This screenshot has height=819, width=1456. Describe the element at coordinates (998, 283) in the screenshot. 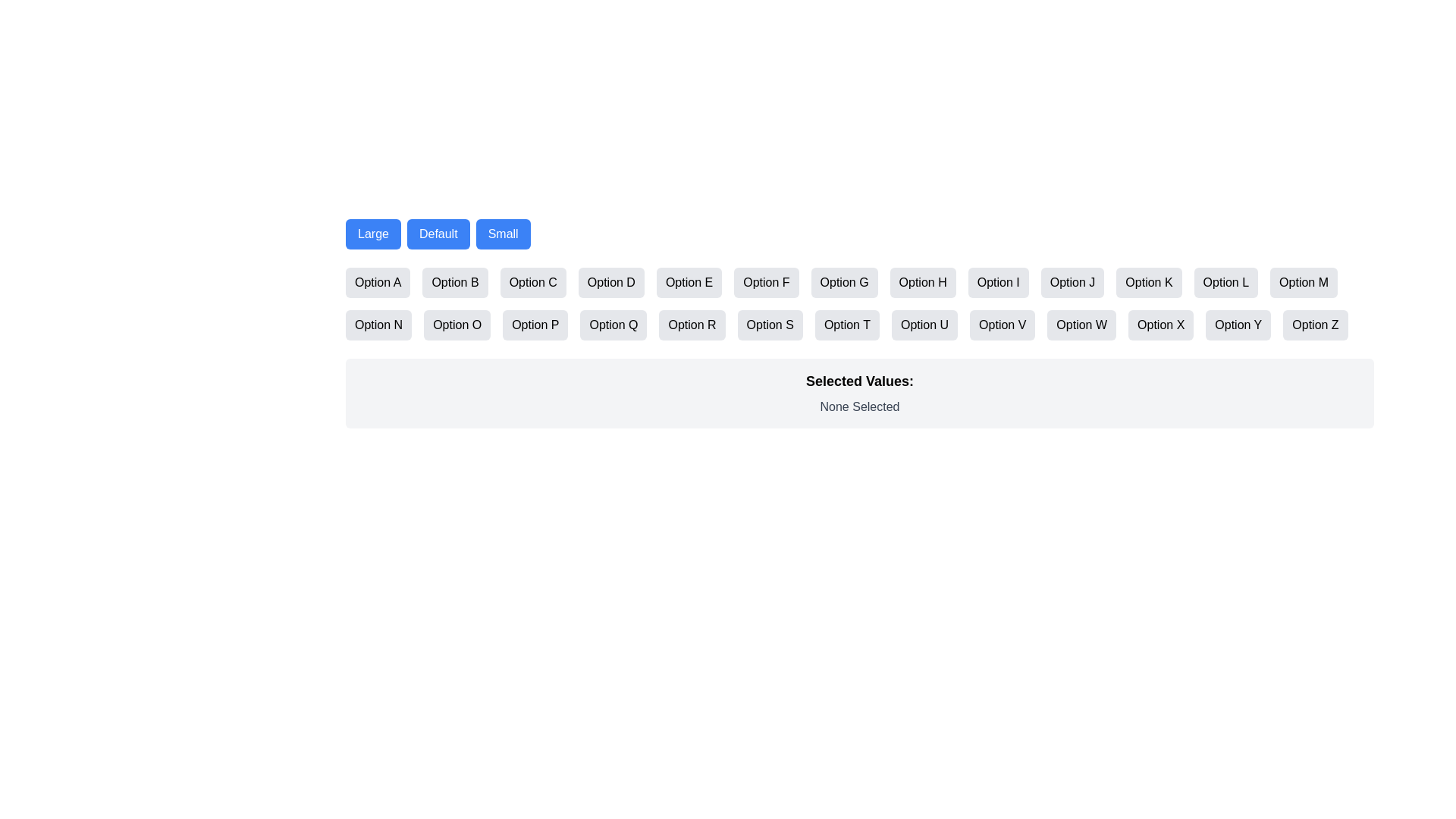

I see `the button labeled 'Option I' which is a rectangular component with rounded corners and a light gray background, located in the first row of selectable options between 'Option H' and 'Option J'` at that location.